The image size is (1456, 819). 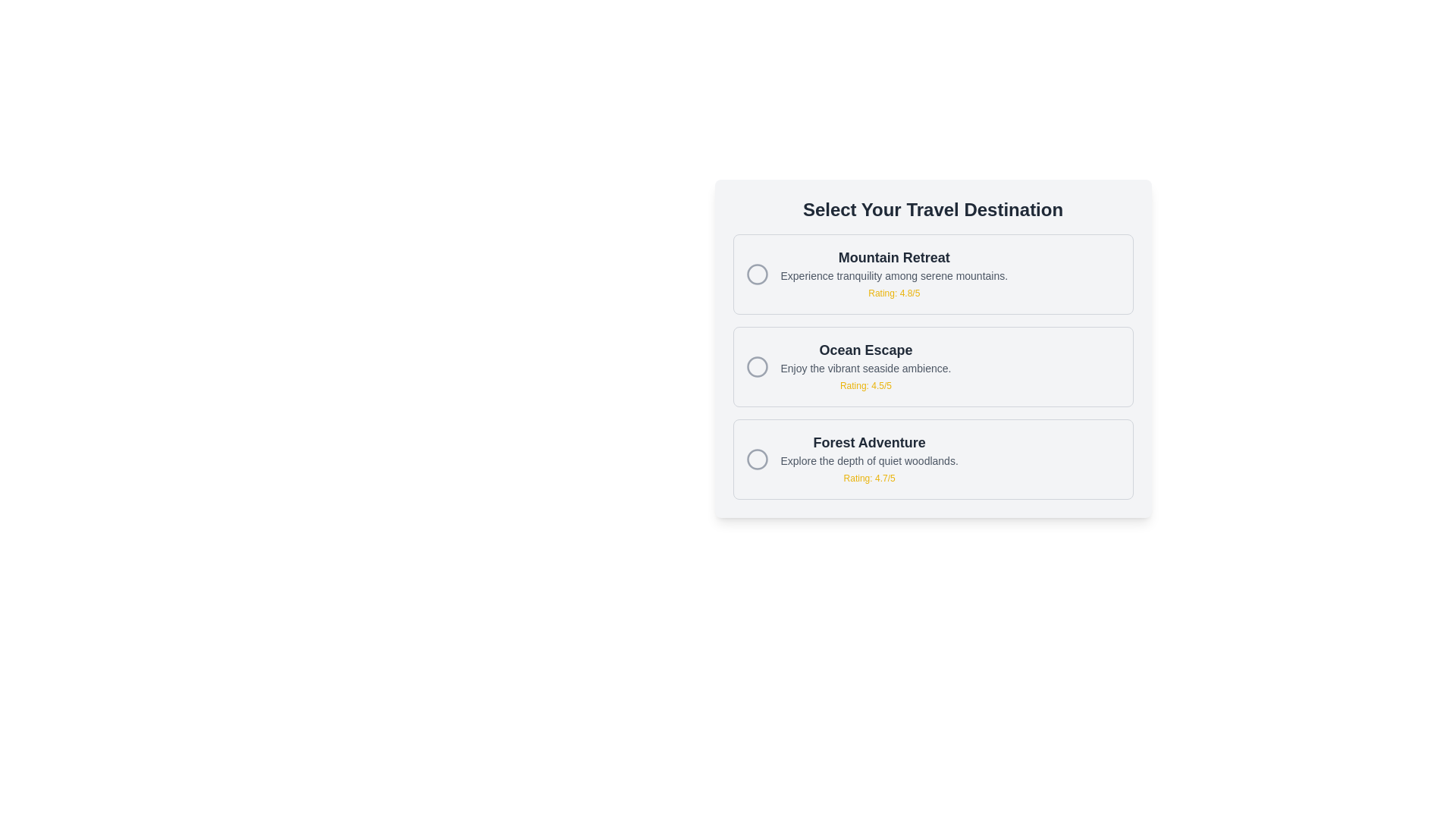 What do you see at coordinates (757, 458) in the screenshot?
I see `the circular radio button located to the left of the 'Forest Adventure' text` at bounding box center [757, 458].